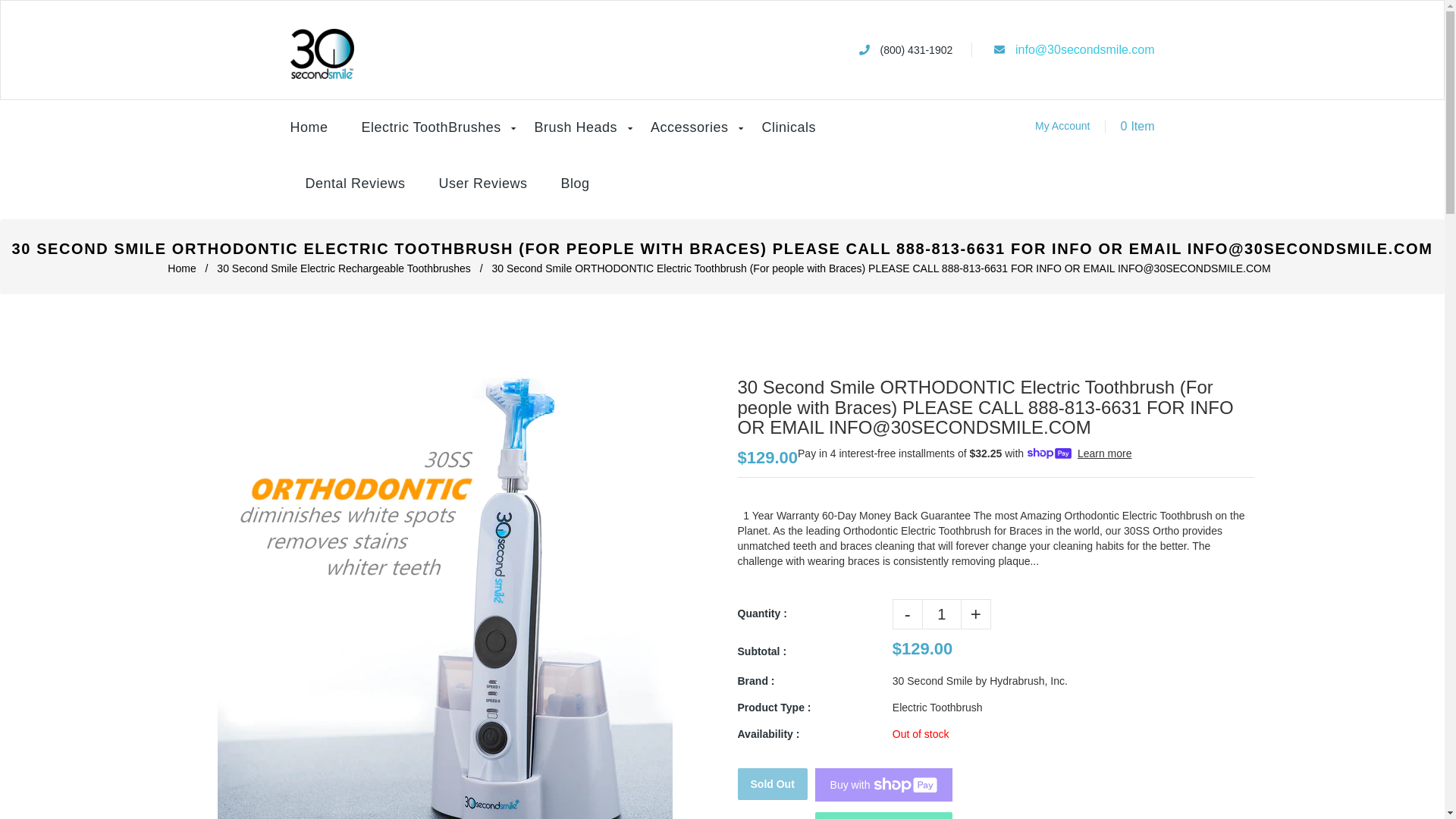 Image resolution: width=1456 pixels, height=819 pixels. I want to click on 'My Account', so click(1062, 124).